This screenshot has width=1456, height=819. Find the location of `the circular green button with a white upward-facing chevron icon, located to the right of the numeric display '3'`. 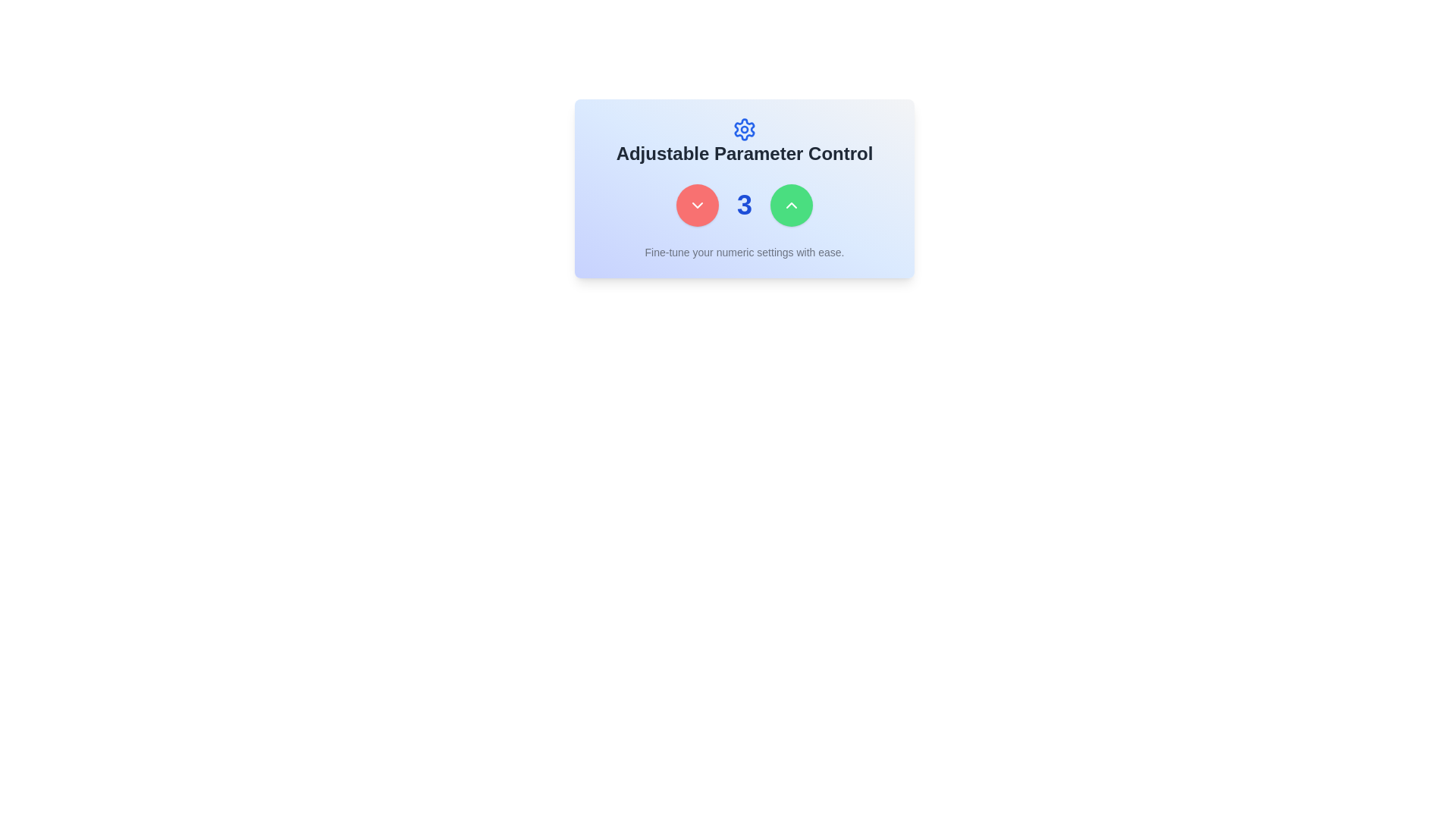

the circular green button with a white upward-facing chevron icon, located to the right of the numeric display '3' is located at coordinates (791, 205).